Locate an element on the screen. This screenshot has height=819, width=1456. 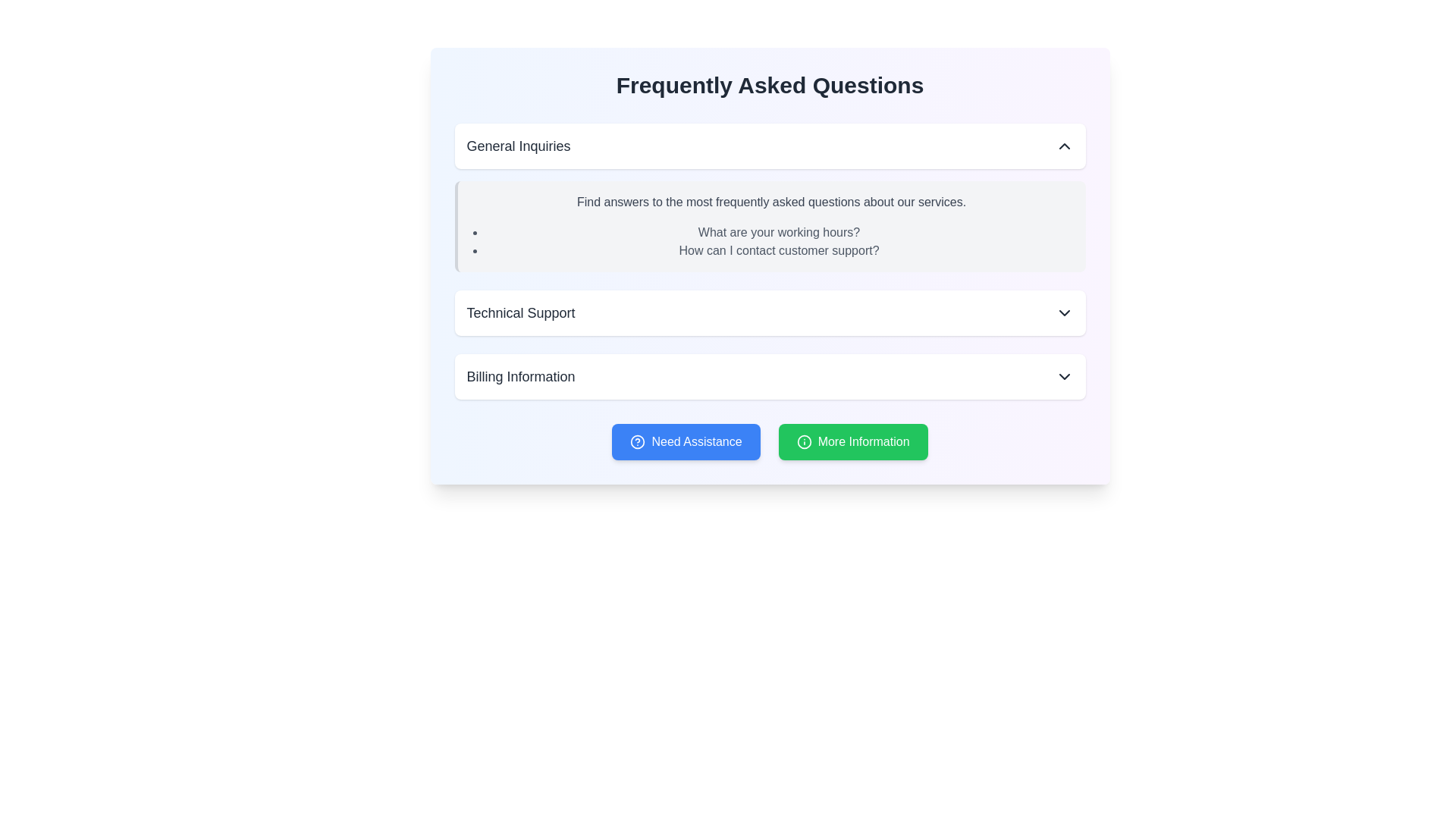
the static text that contains the question 'How can I contact customer support?' which is the second item in the bulleted list under 'General Inquiries.' is located at coordinates (779, 250).